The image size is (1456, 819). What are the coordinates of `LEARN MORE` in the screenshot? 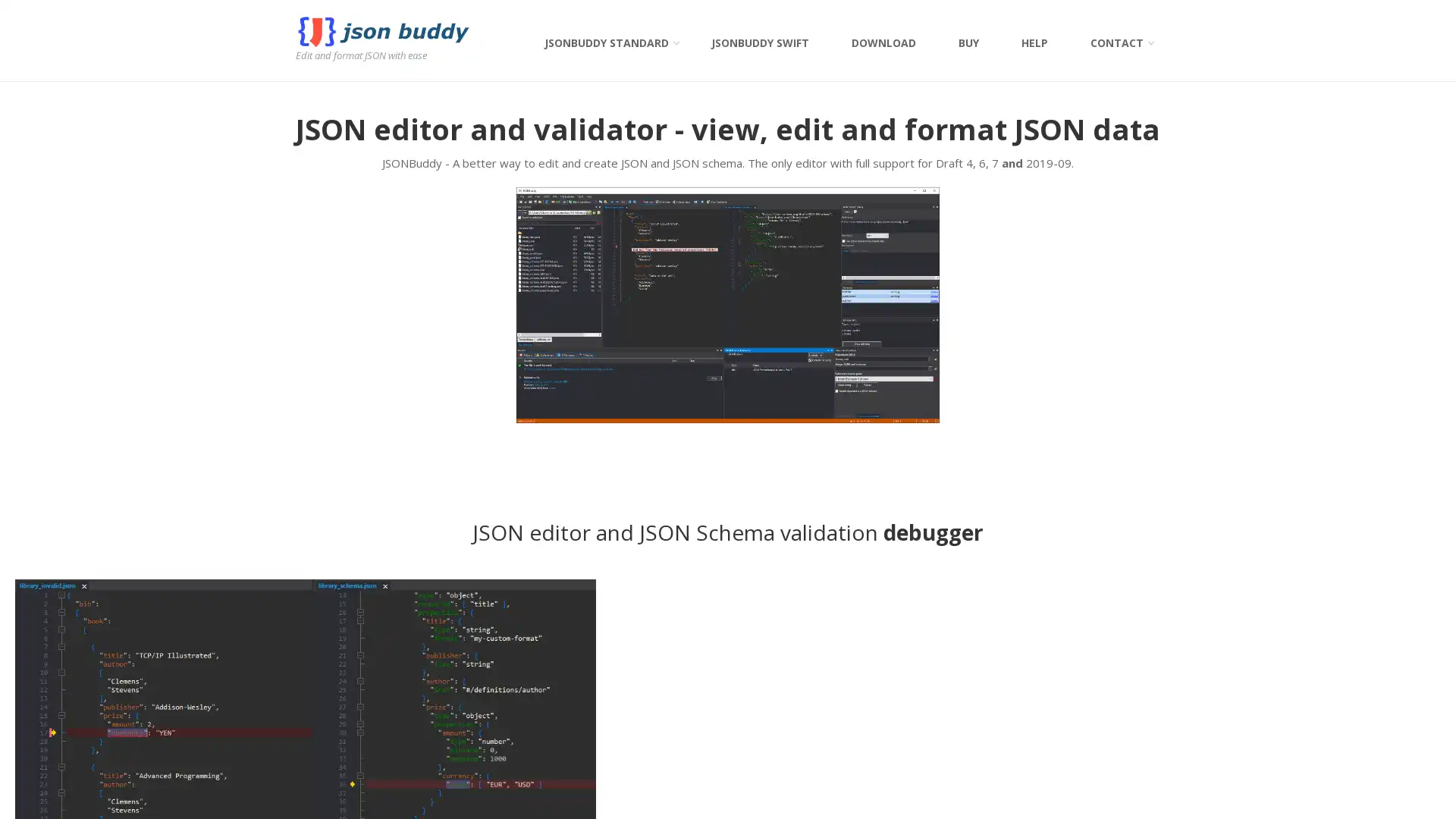 It's located at (397, 458).